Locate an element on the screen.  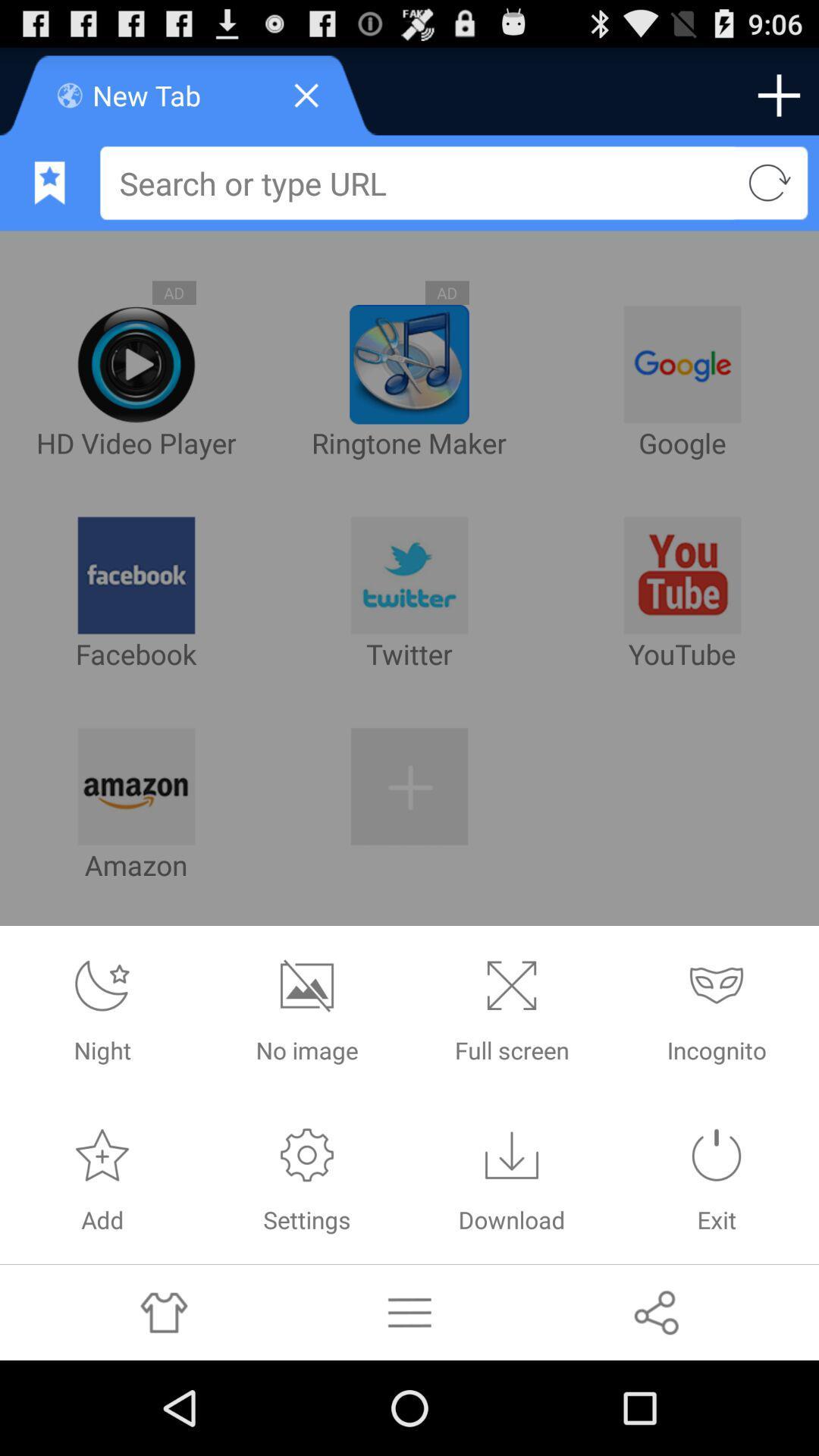
the add icon is located at coordinates (779, 101).